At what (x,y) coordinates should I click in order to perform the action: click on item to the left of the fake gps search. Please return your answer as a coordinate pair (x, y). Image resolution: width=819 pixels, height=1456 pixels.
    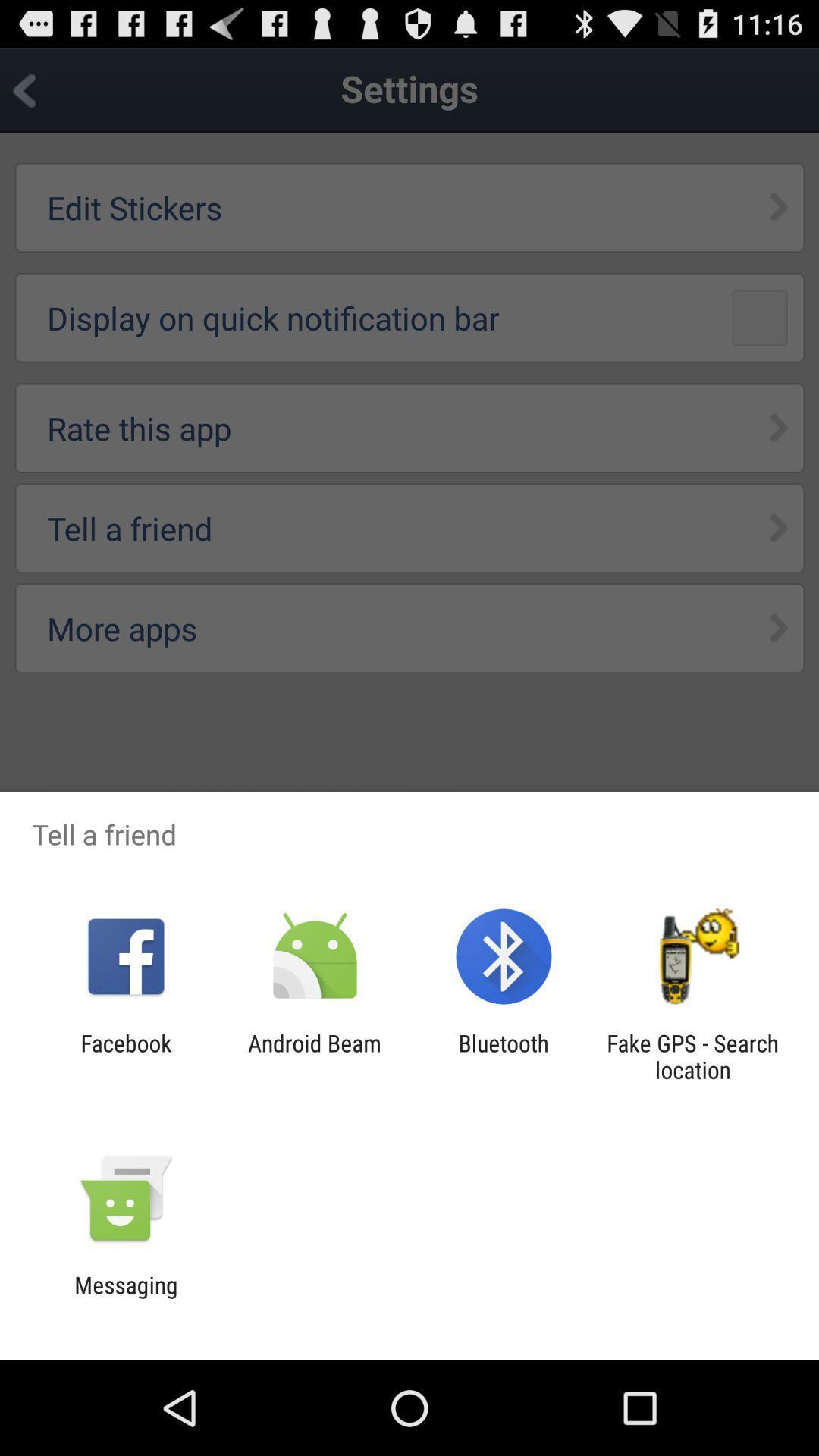
    Looking at the image, I should click on (504, 1056).